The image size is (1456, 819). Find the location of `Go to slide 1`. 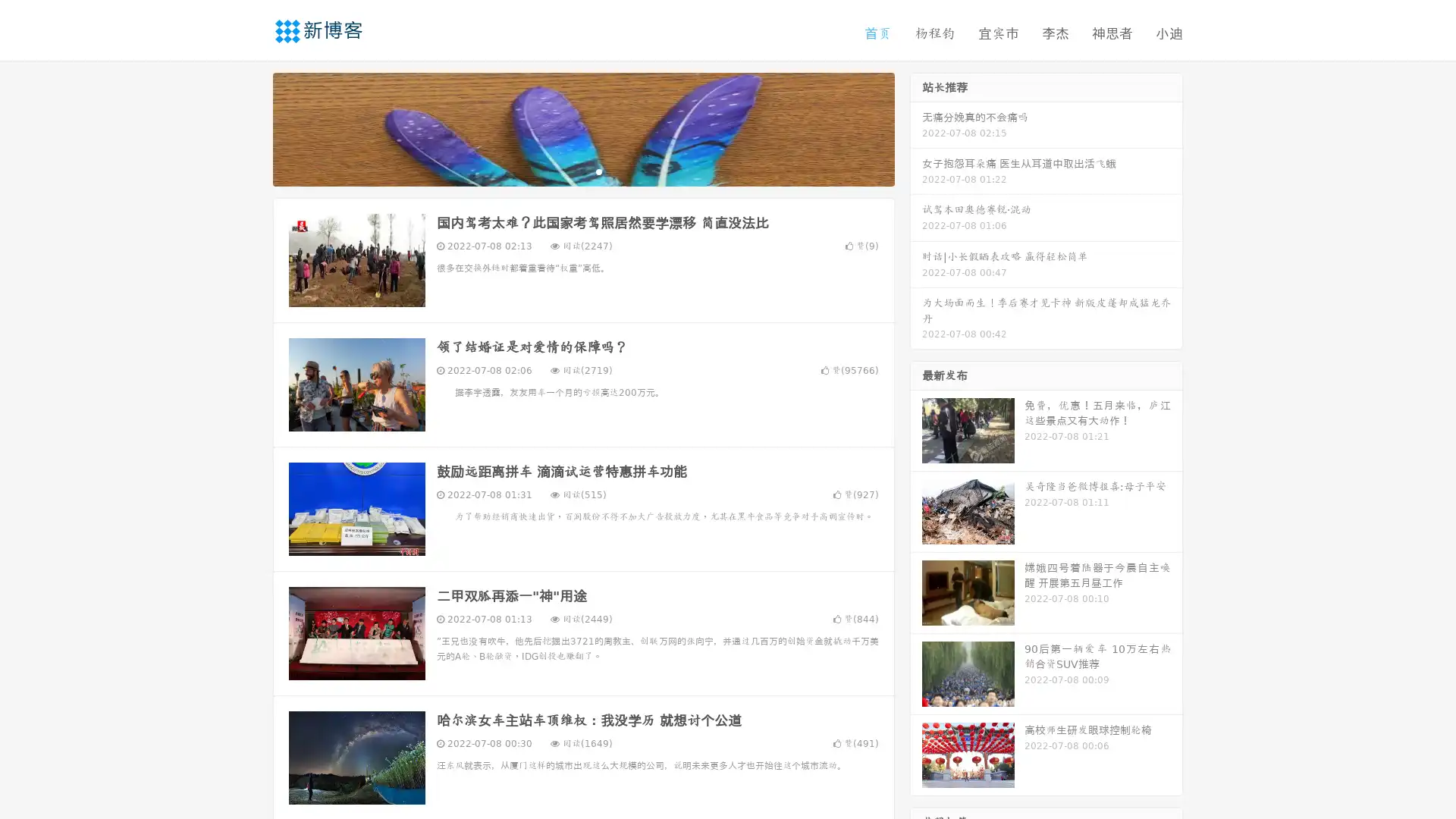

Go to slide 1 is located at coordinates (567, 171).